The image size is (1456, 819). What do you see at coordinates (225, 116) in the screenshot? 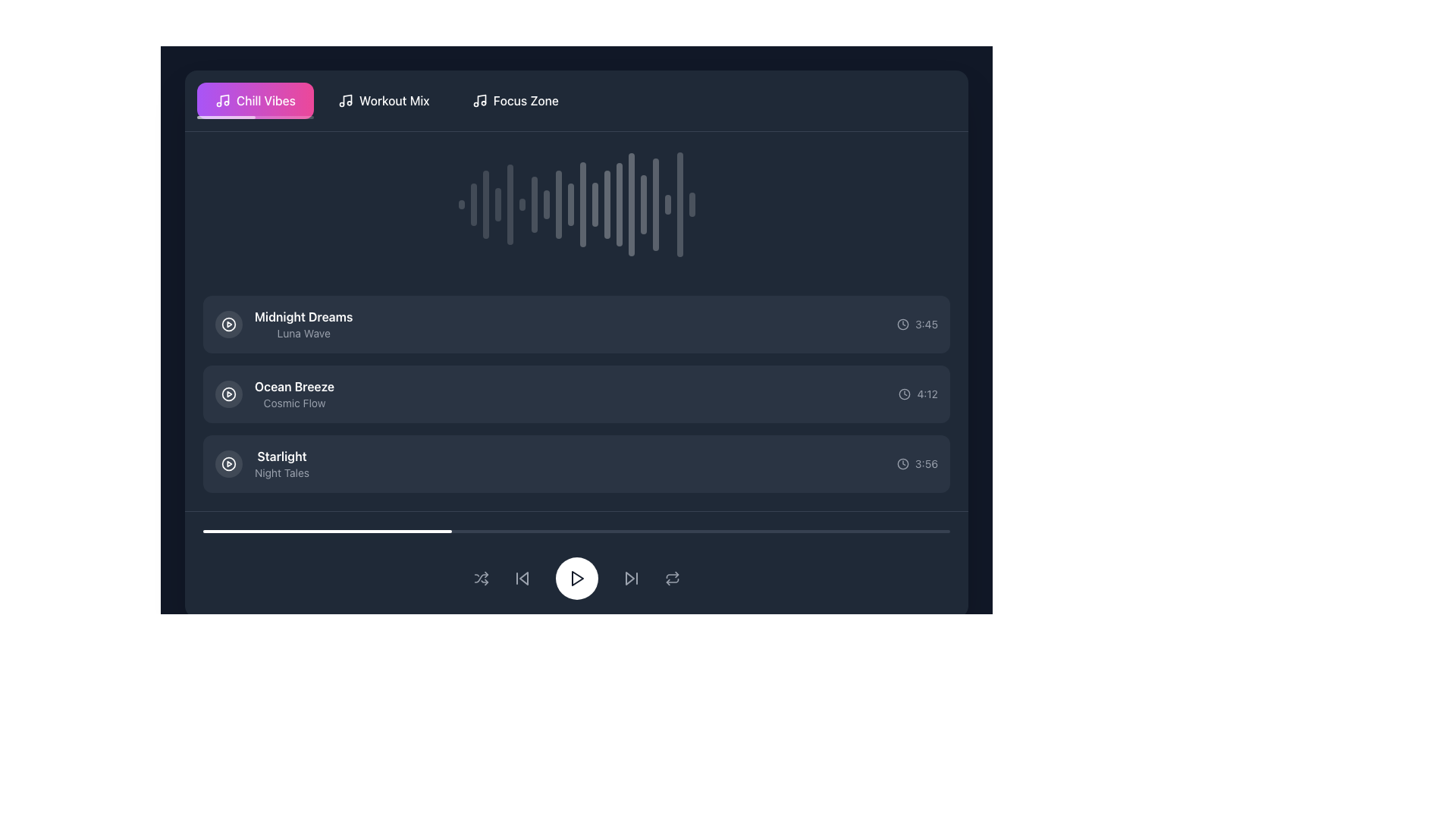
I see `the progress bar located at the bottom-left corner of the 'Chill Vibes' tab to indicate loading or selection status` at bounding box center [225, 116].